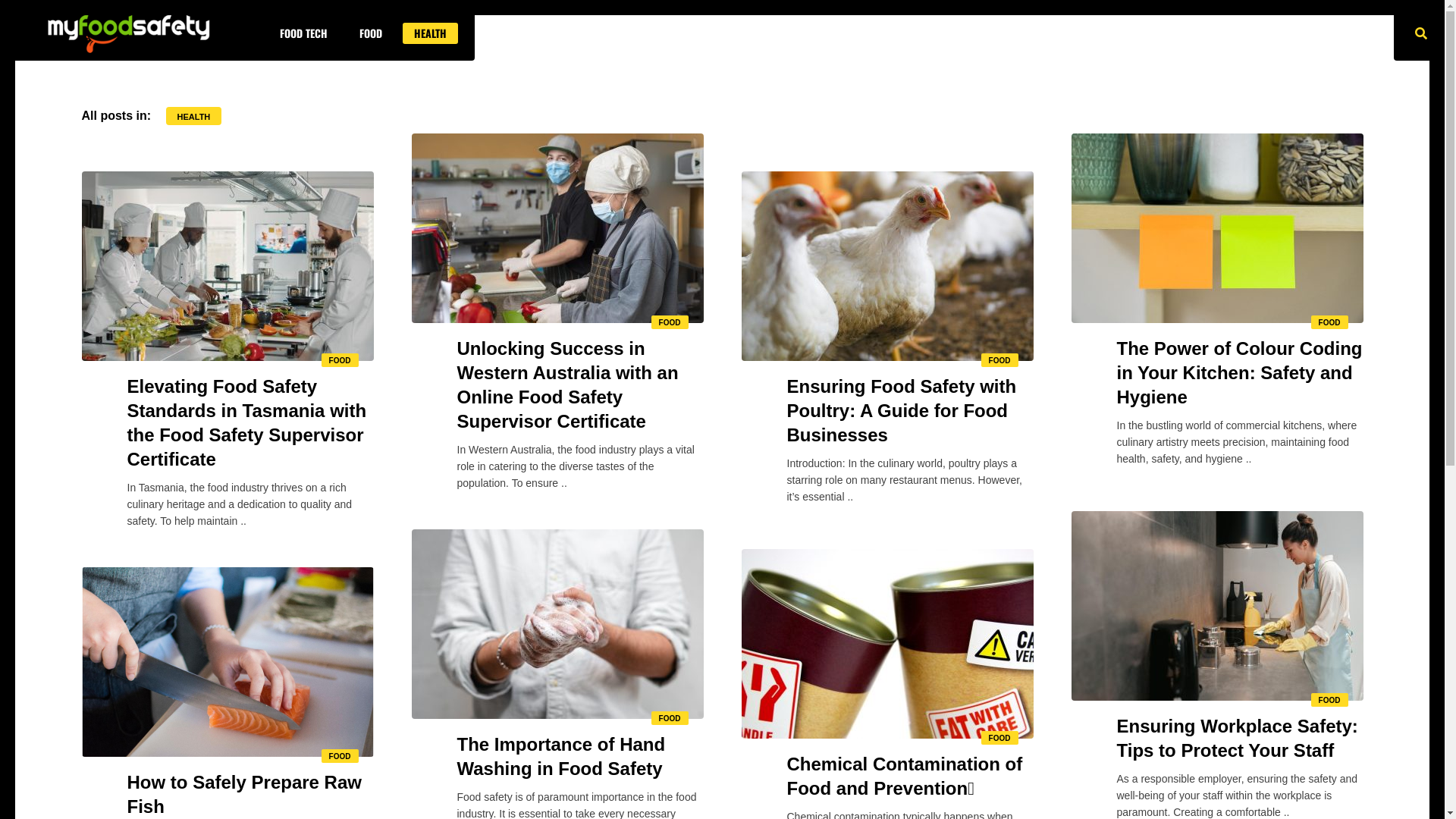 The width and height of the screenshot is (1456, 819). What do you see at coordinates (999, 360) in the screenshot?
I see `'FOOD'` at bounding box center [999, 360].